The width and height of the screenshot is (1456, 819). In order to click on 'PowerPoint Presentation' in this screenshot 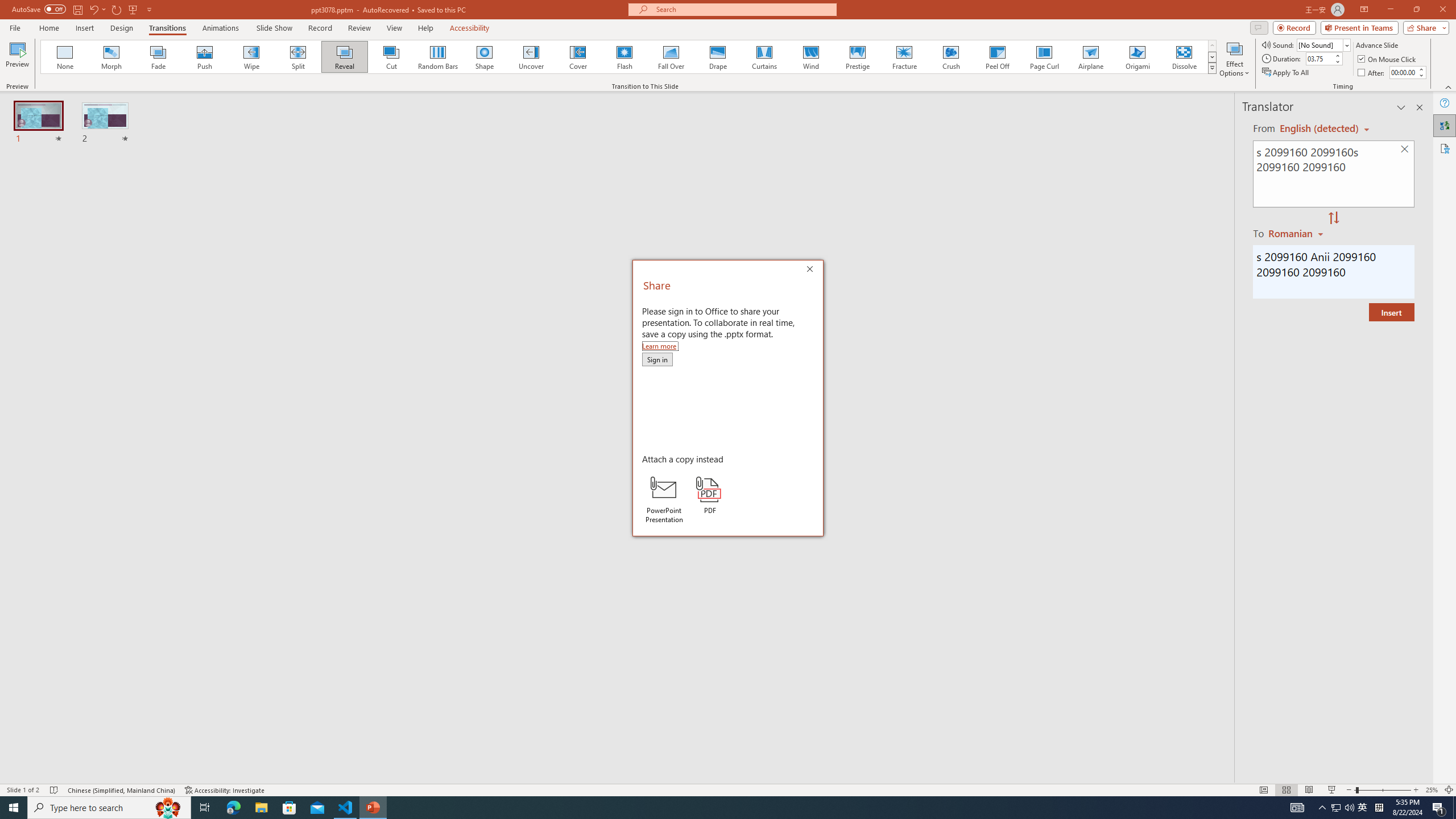, I will do `click(663, 499)`.